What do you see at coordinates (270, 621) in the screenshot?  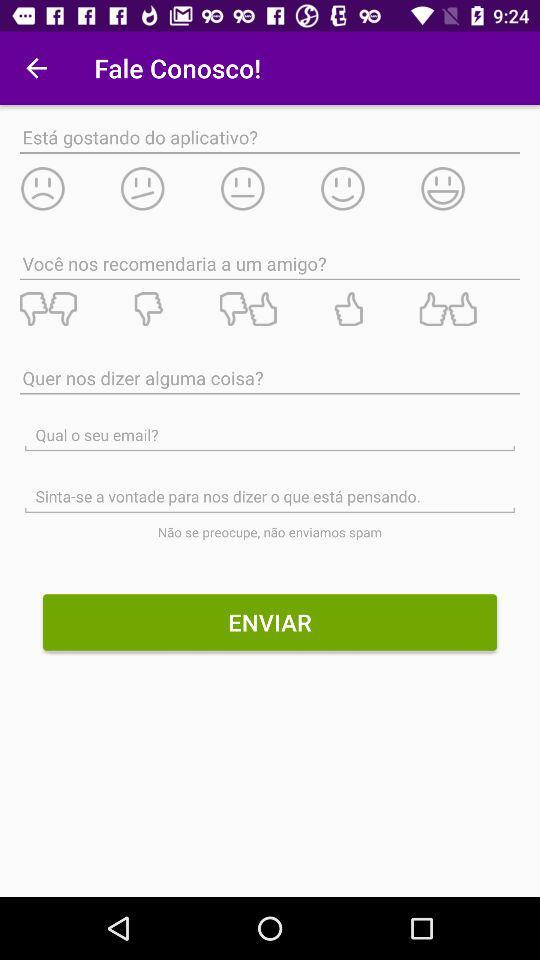 I see `the enviar icon` at bounding box center [270, 621].